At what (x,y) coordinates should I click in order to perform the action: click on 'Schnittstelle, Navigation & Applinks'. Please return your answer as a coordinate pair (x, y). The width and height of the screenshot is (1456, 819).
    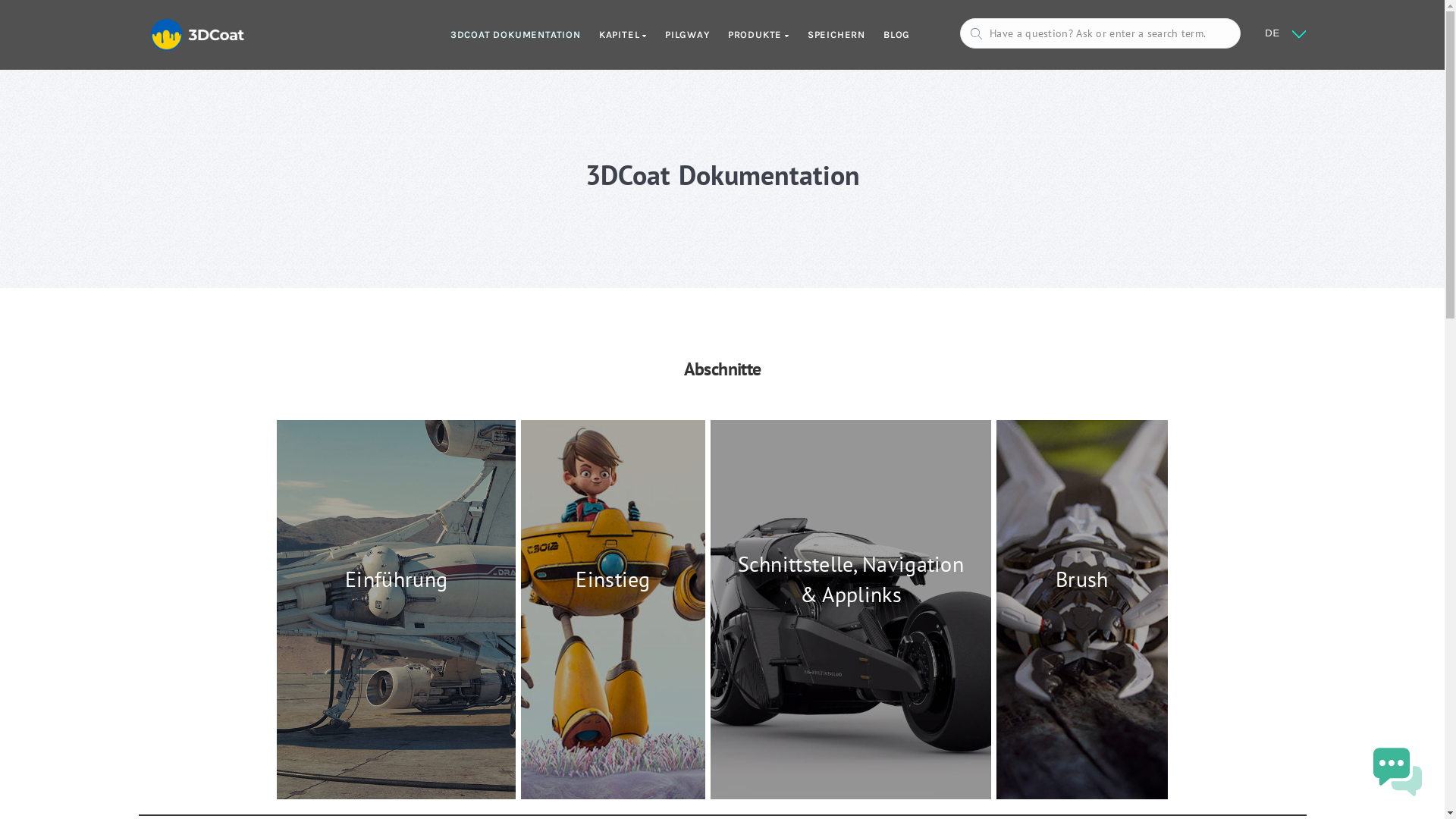
    Looking at the image, I should click on (851, 608).